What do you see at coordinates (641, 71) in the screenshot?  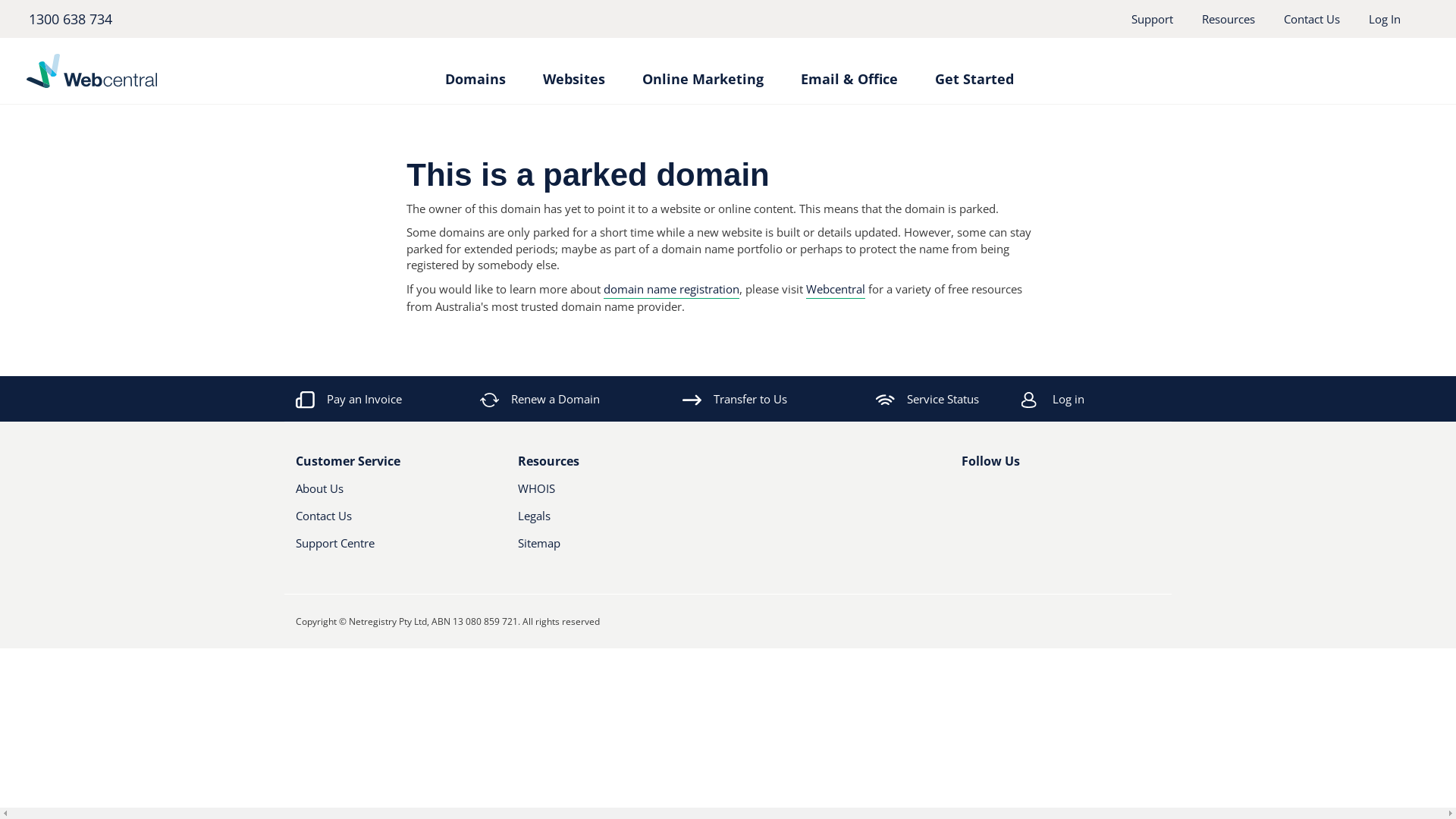 I see `'Online Marketing'` at bounding box center [641, 71].